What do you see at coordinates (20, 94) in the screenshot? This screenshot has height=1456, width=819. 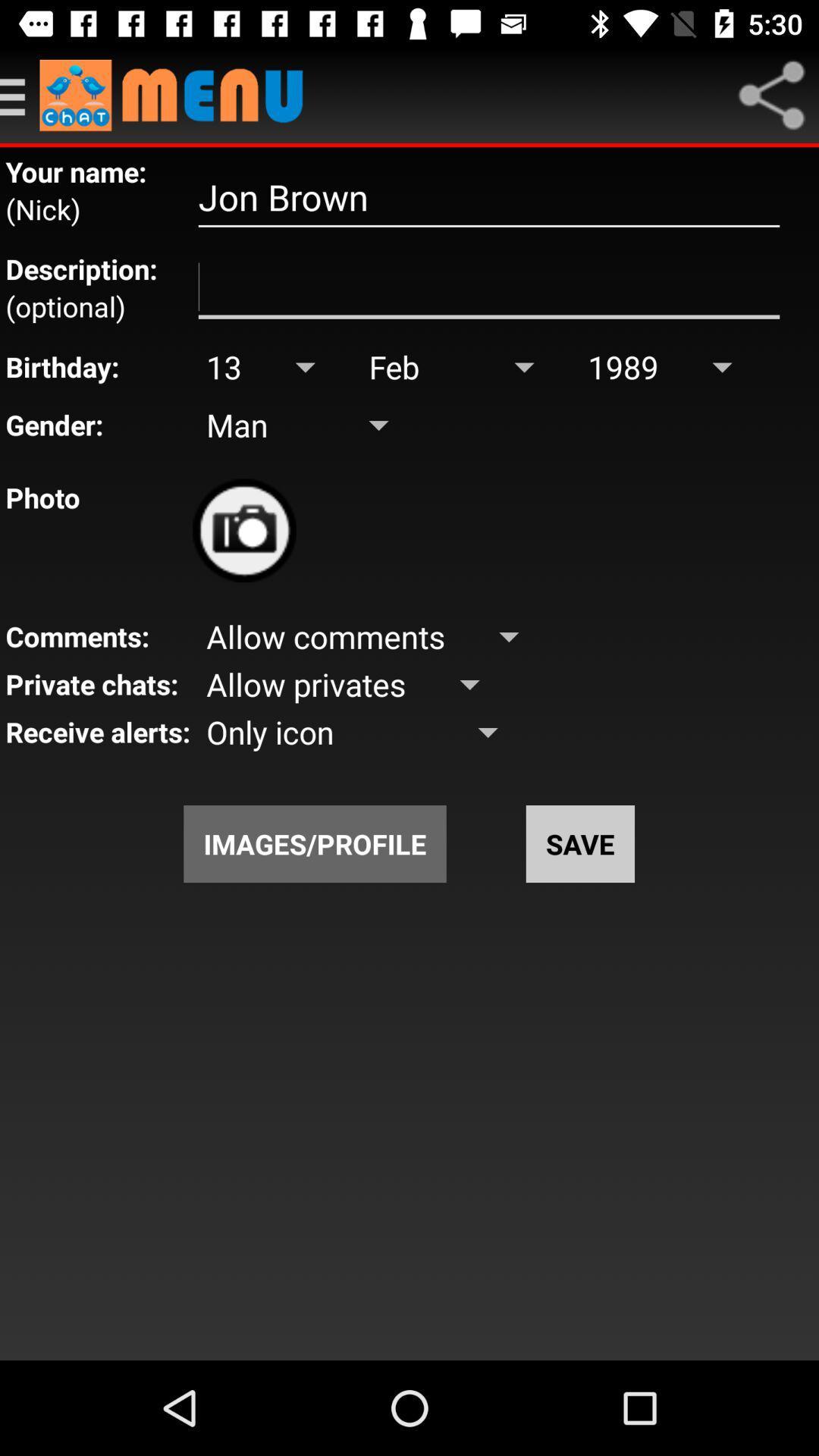 I see `the menu icon` at bounding box center [20, 94].